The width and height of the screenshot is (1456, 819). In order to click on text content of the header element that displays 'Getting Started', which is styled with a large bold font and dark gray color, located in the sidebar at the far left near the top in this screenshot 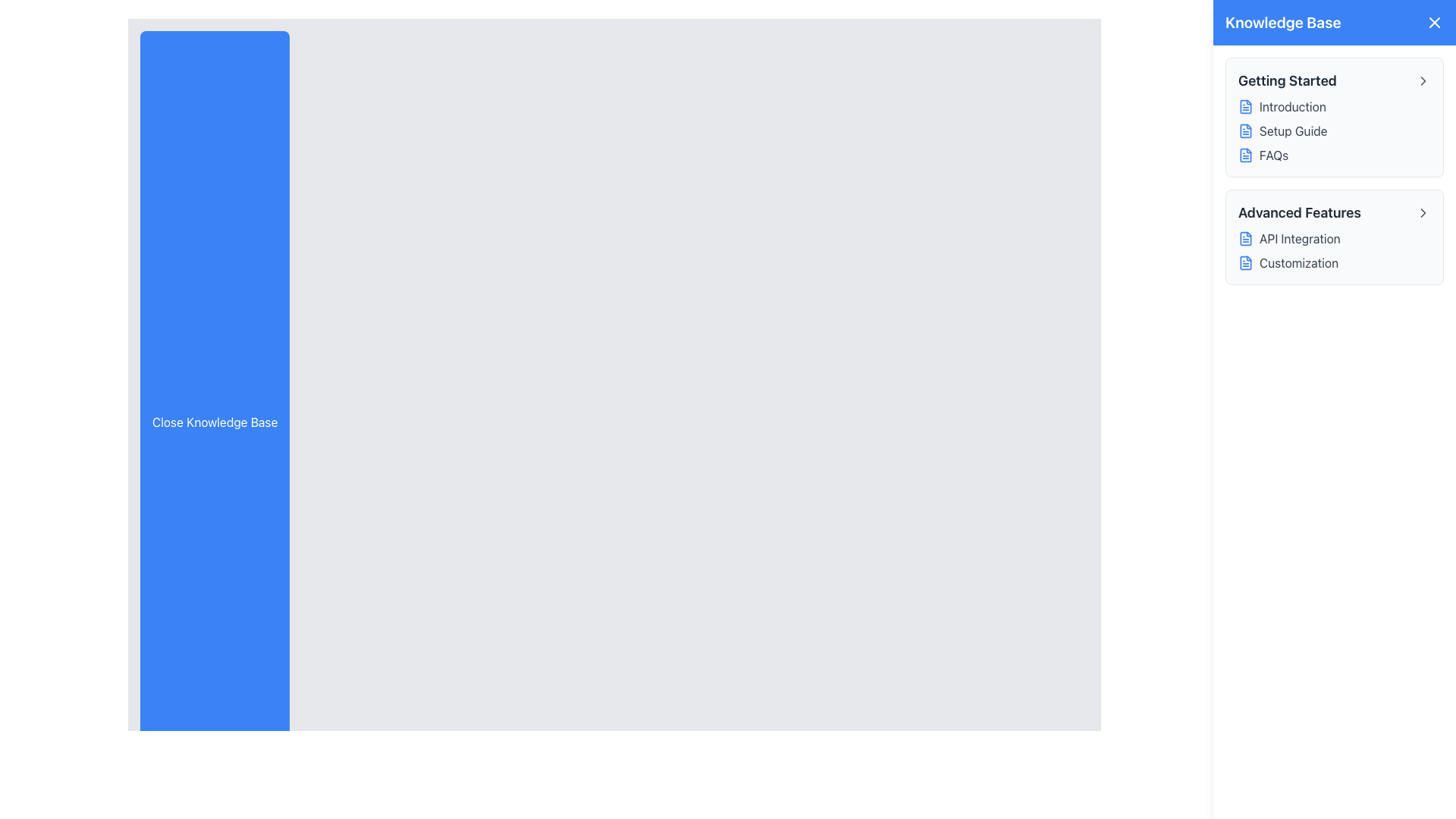, I will do `click(1286, 81)`.